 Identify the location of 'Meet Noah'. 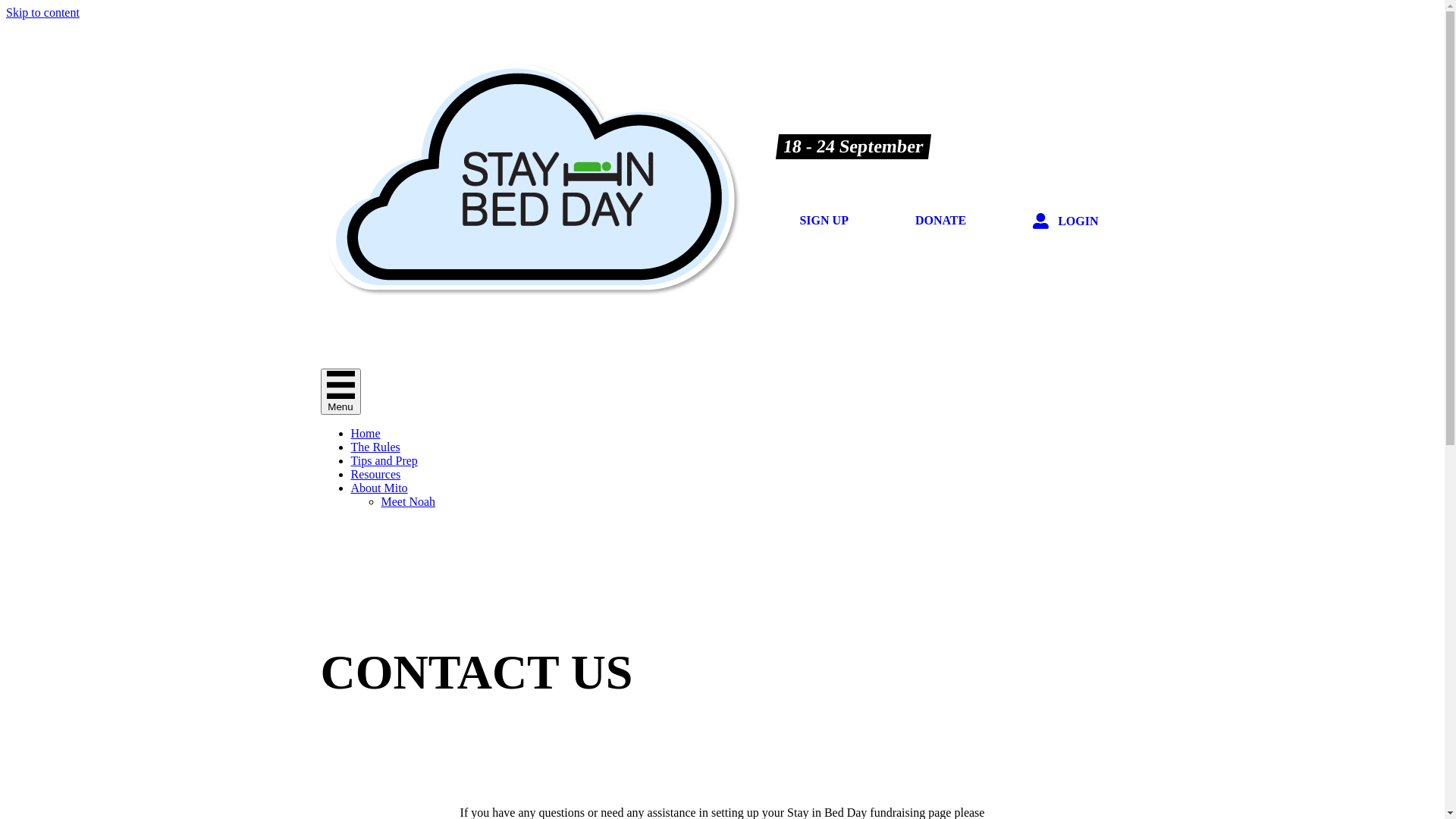
(407, 501).